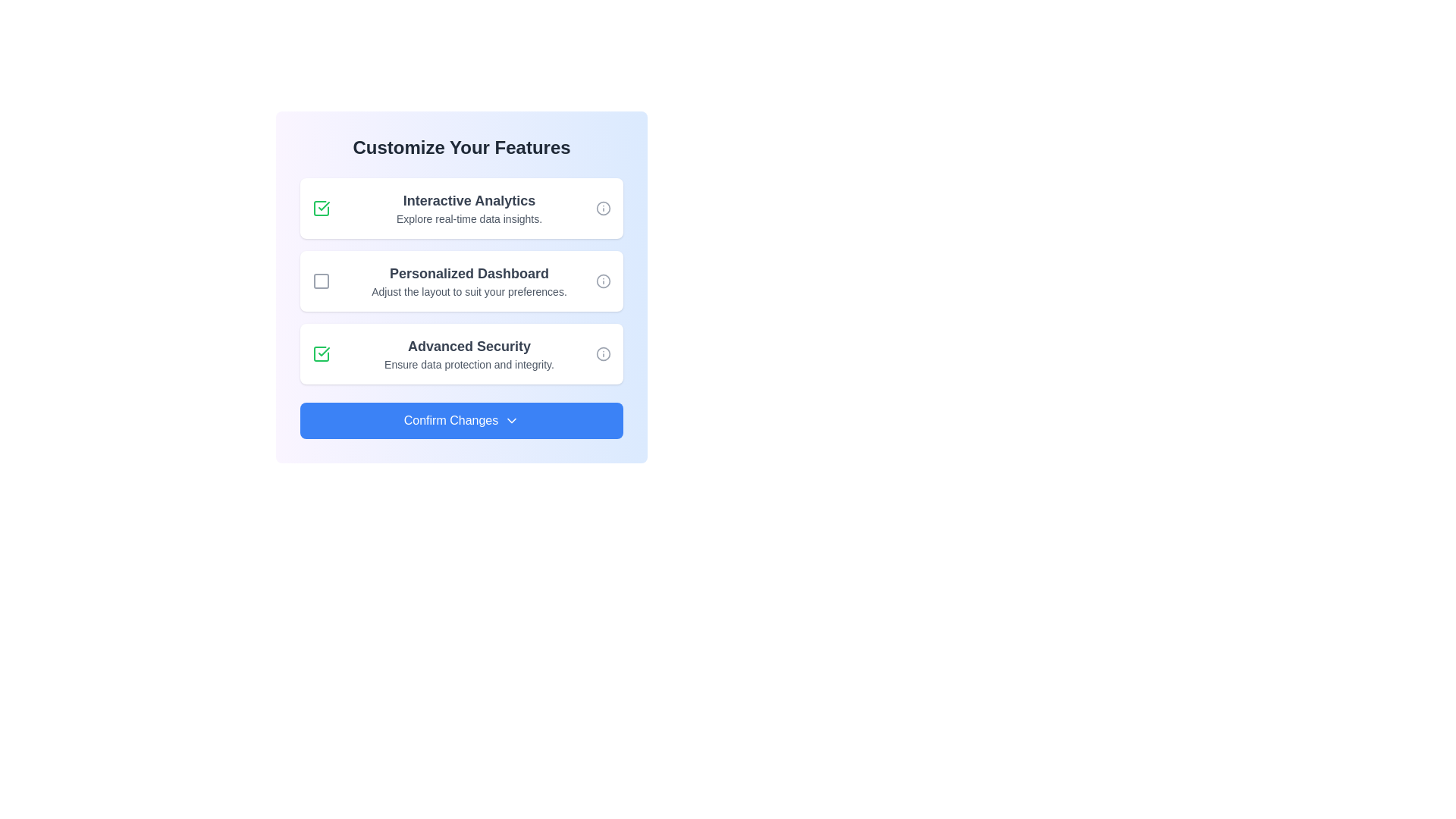 The height and width of the screenshot is (819, 1456). Describe the element at coordinates (323, 206) in the screenshot. I see `the green checkmark symbol representing the 'Advanced Security' feature within the SVG checkbox group` at that location.